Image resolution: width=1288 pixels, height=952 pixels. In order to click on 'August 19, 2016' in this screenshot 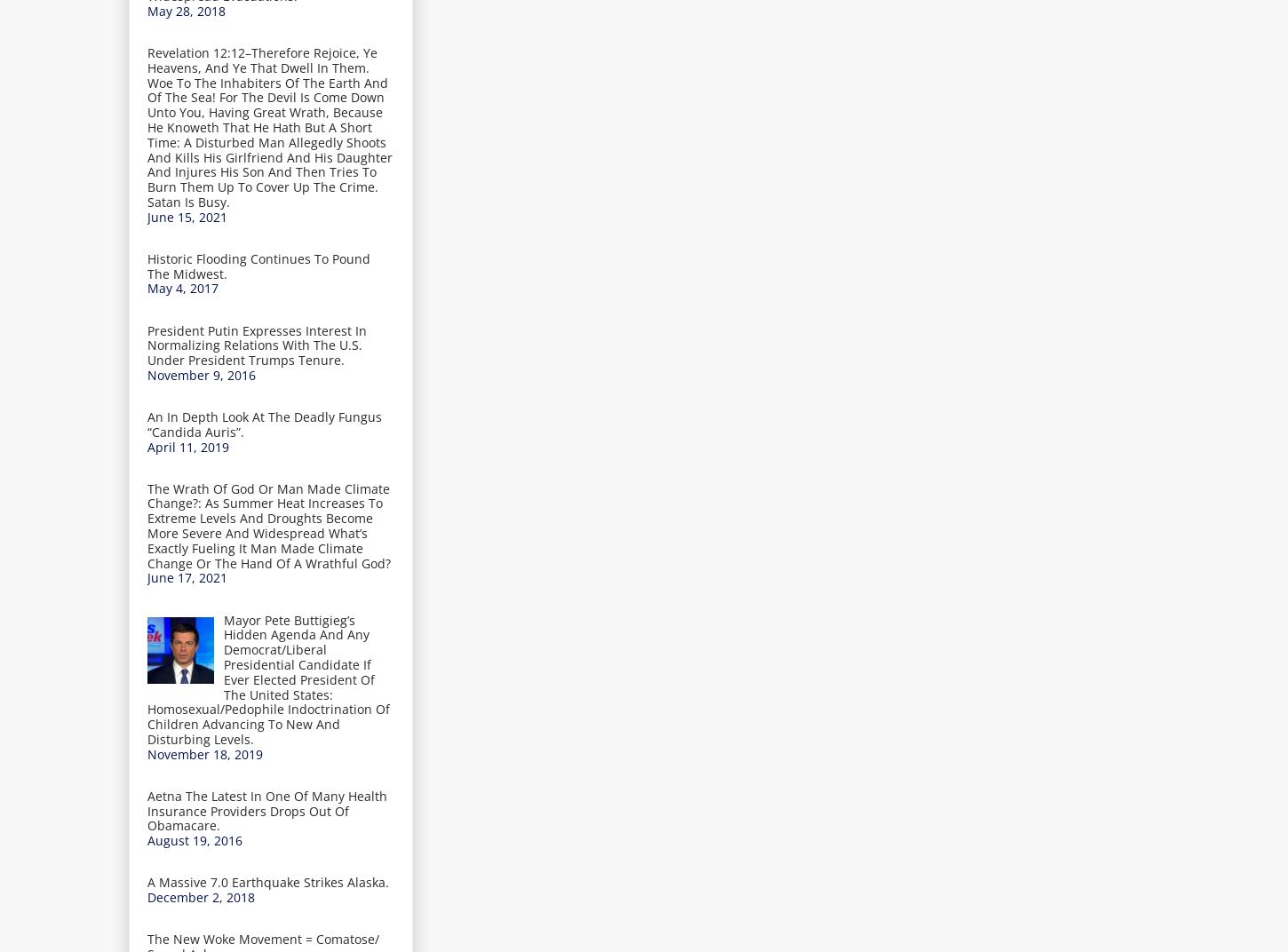, I will do `click(194, 839)`.